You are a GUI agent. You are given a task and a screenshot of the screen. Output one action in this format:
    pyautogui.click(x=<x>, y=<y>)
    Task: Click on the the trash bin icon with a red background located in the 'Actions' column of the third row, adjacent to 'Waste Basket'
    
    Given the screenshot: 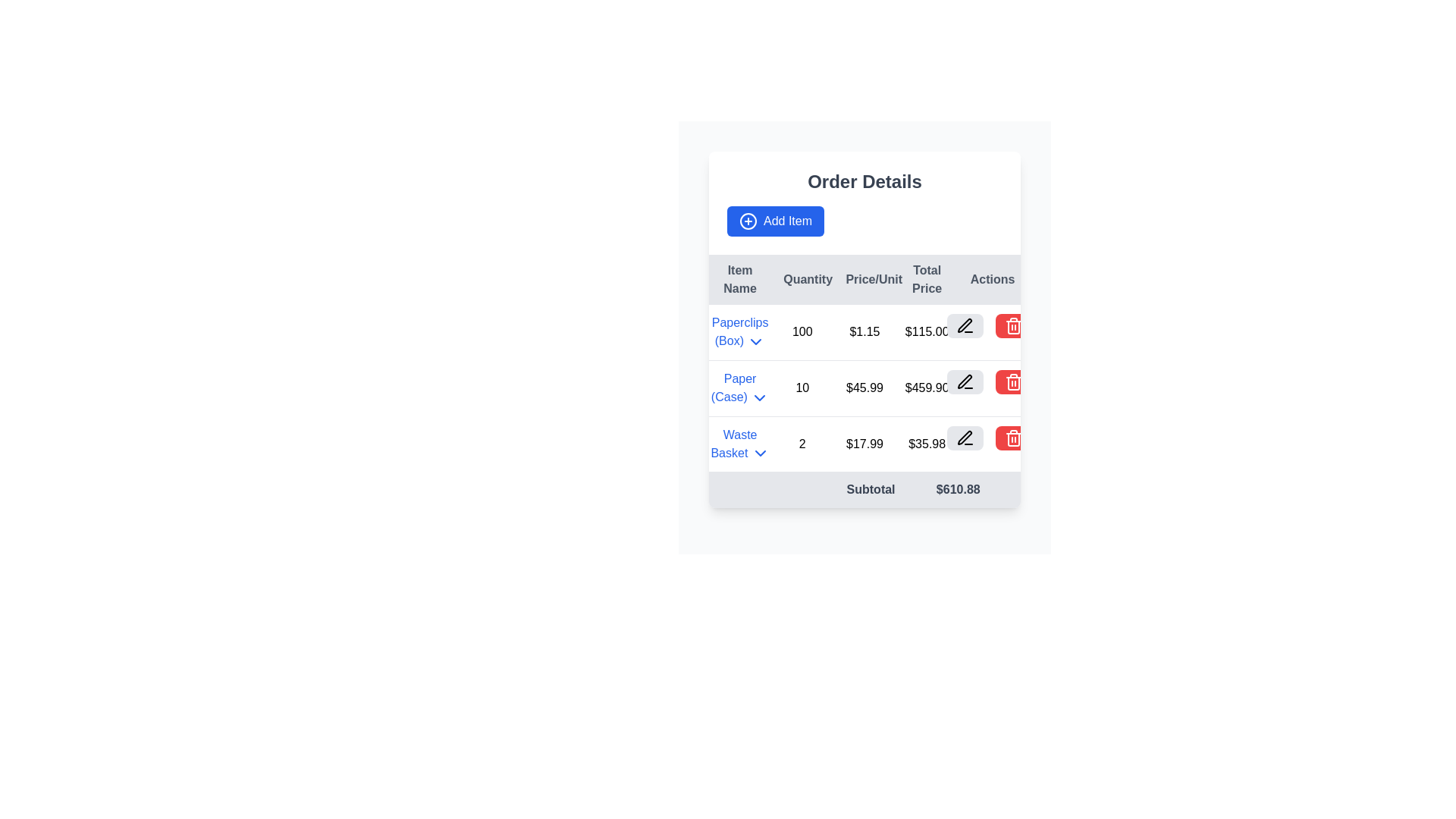 What is the action you would take?
    pyautogui.click(x=1013, y=325)
    